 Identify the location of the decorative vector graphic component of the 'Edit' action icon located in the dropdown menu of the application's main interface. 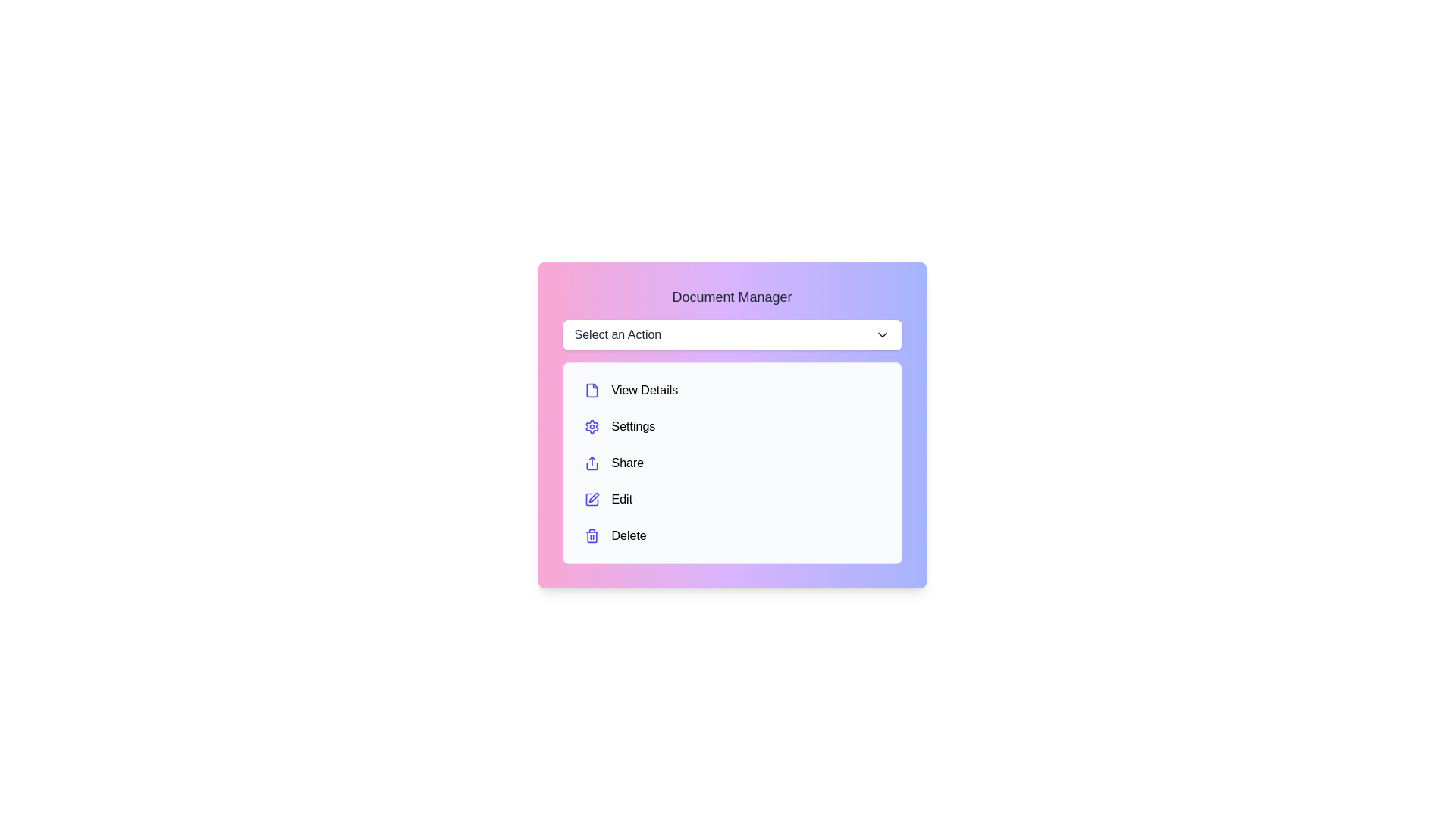
(591, 500).